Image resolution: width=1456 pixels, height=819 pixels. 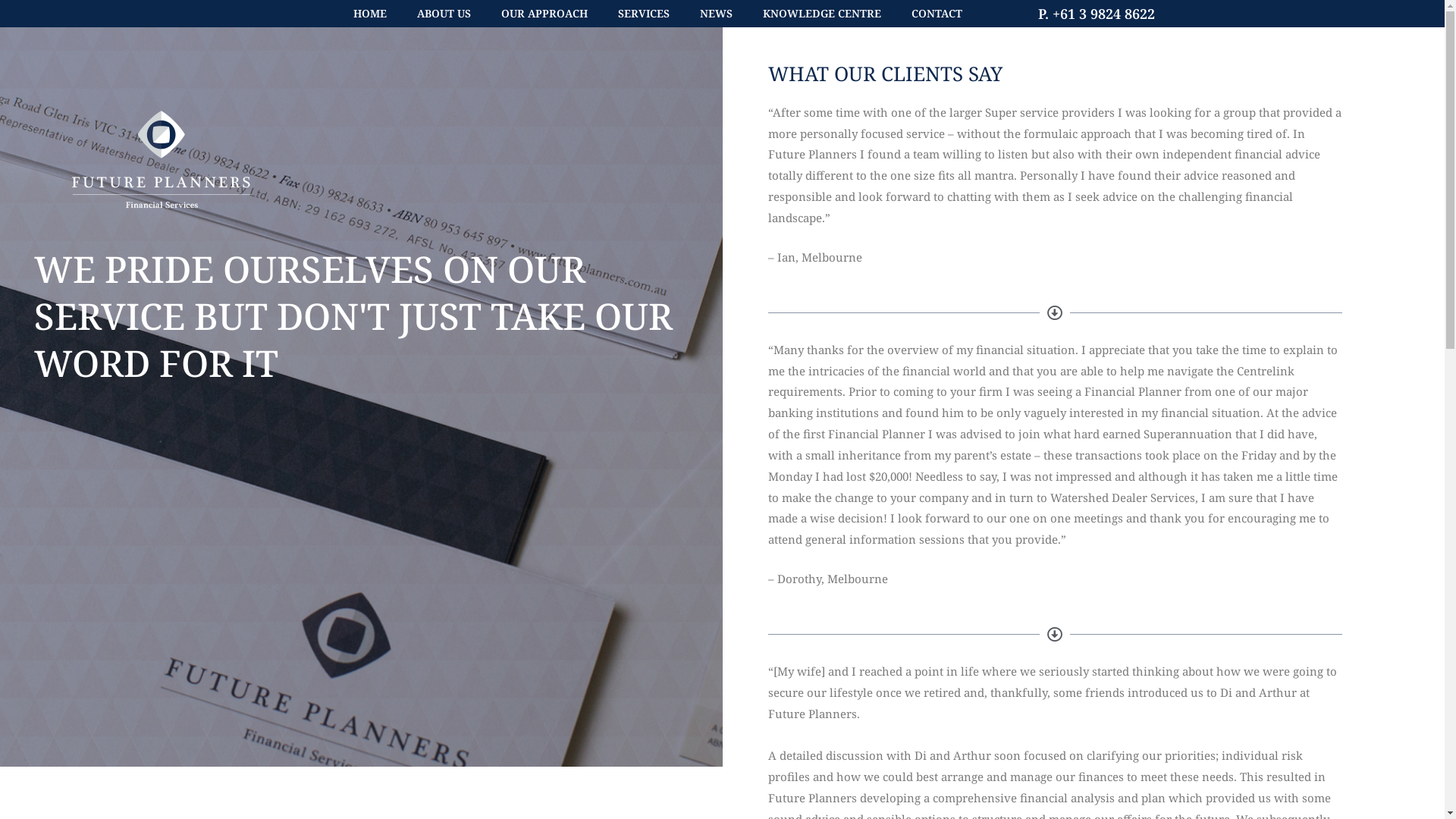 I want to click on 'KNOWLEDGE CENTRE', so click(x=821, y=14).